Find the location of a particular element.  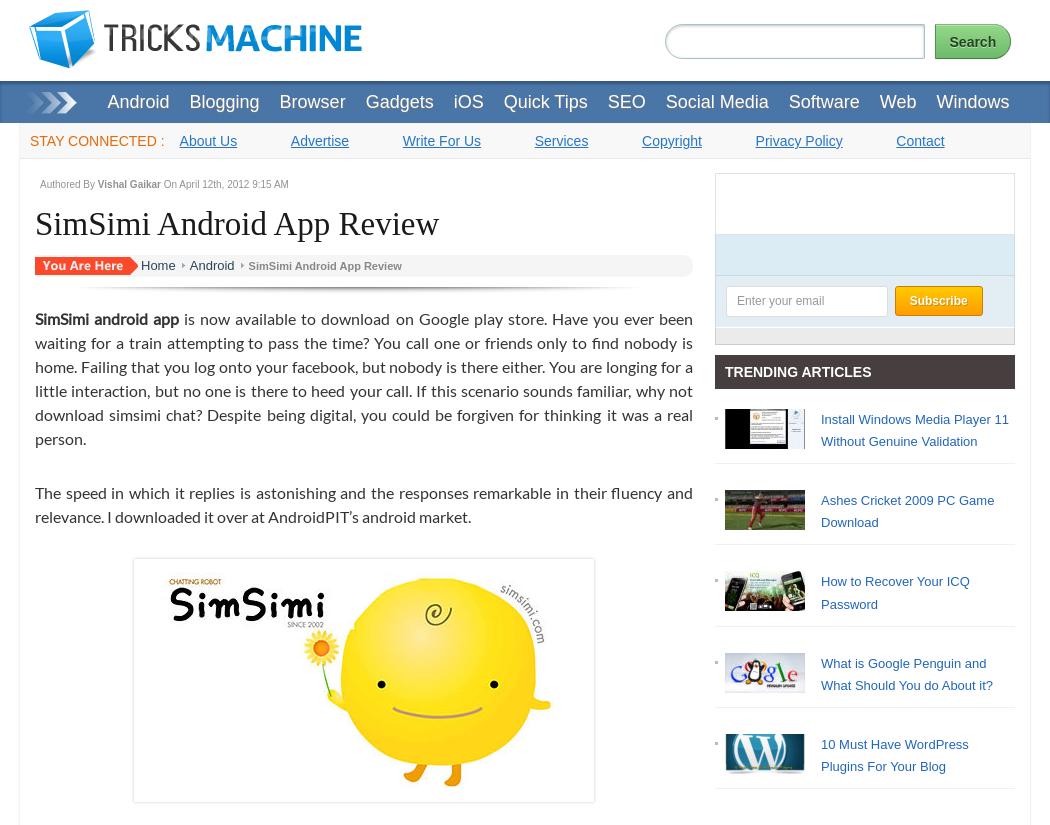

'About Us' is located at coordinates (207, 139).